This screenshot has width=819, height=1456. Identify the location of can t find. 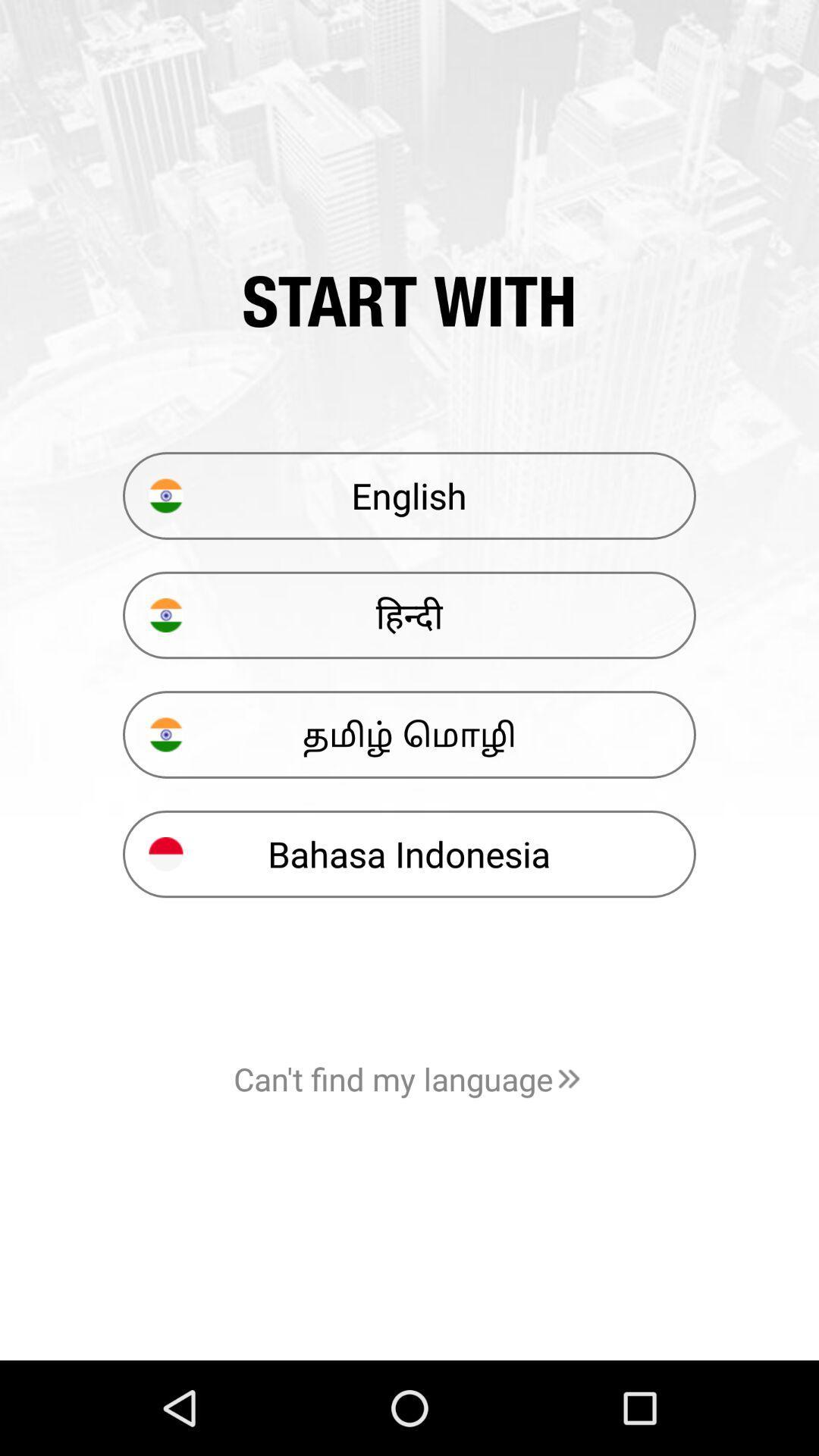
(409, 1078).